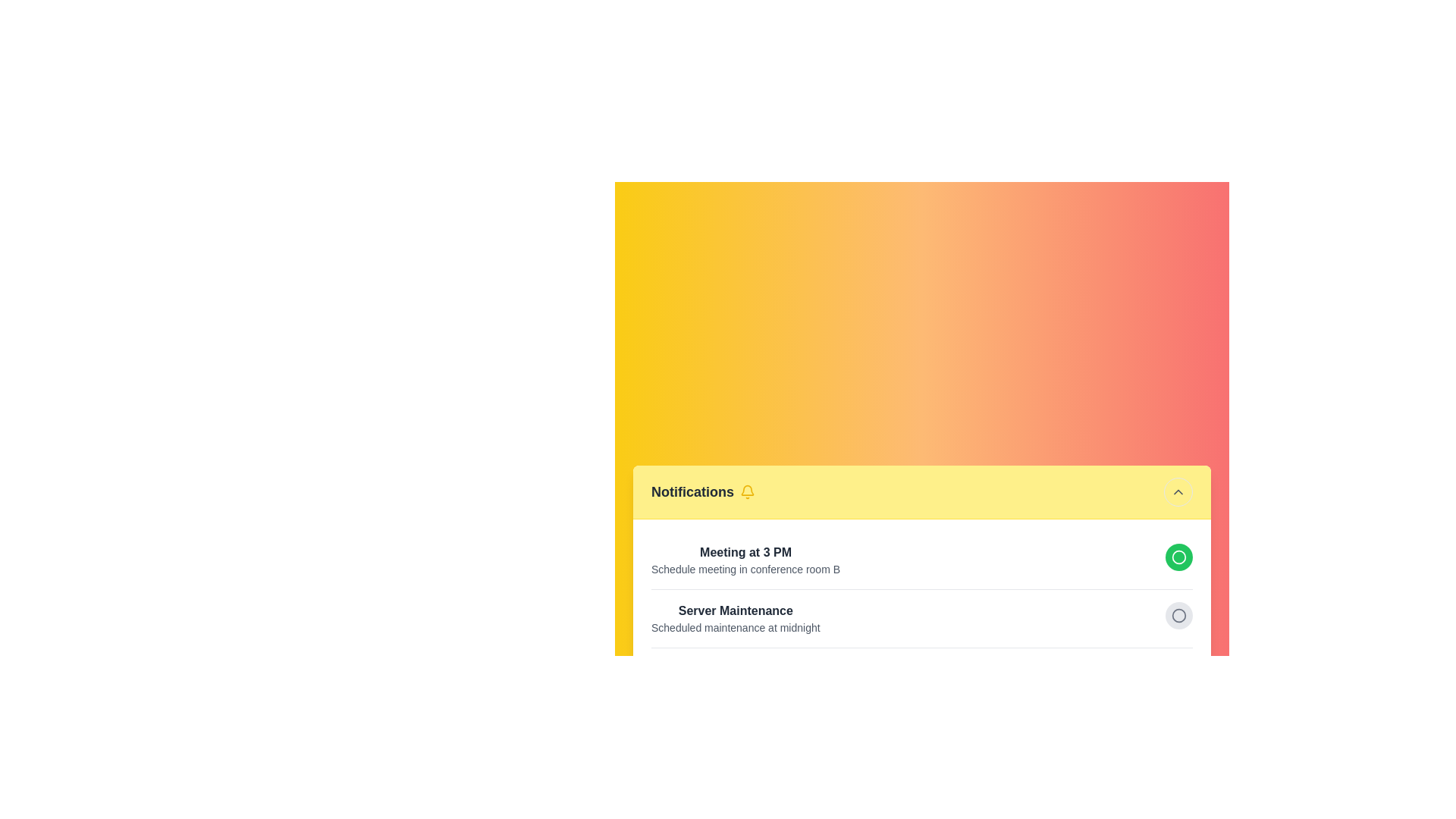  I want to click on the central icon within the rounded button located at the top right corner of the yellow notification bar, so click(1178, 491).